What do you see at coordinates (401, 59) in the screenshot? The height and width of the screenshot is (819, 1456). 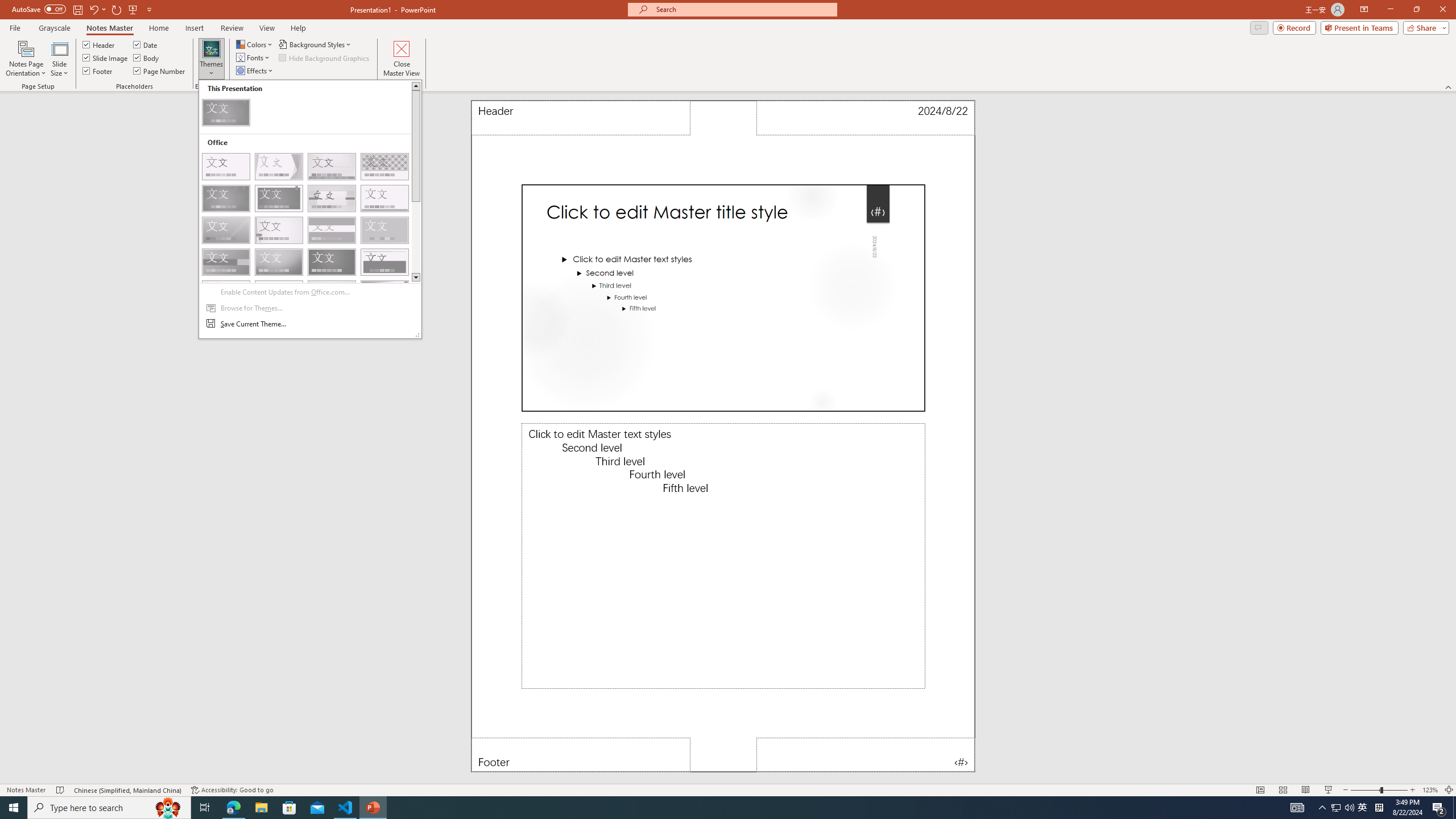 I see `'Close Master View'` at bounding box center [401, 59].